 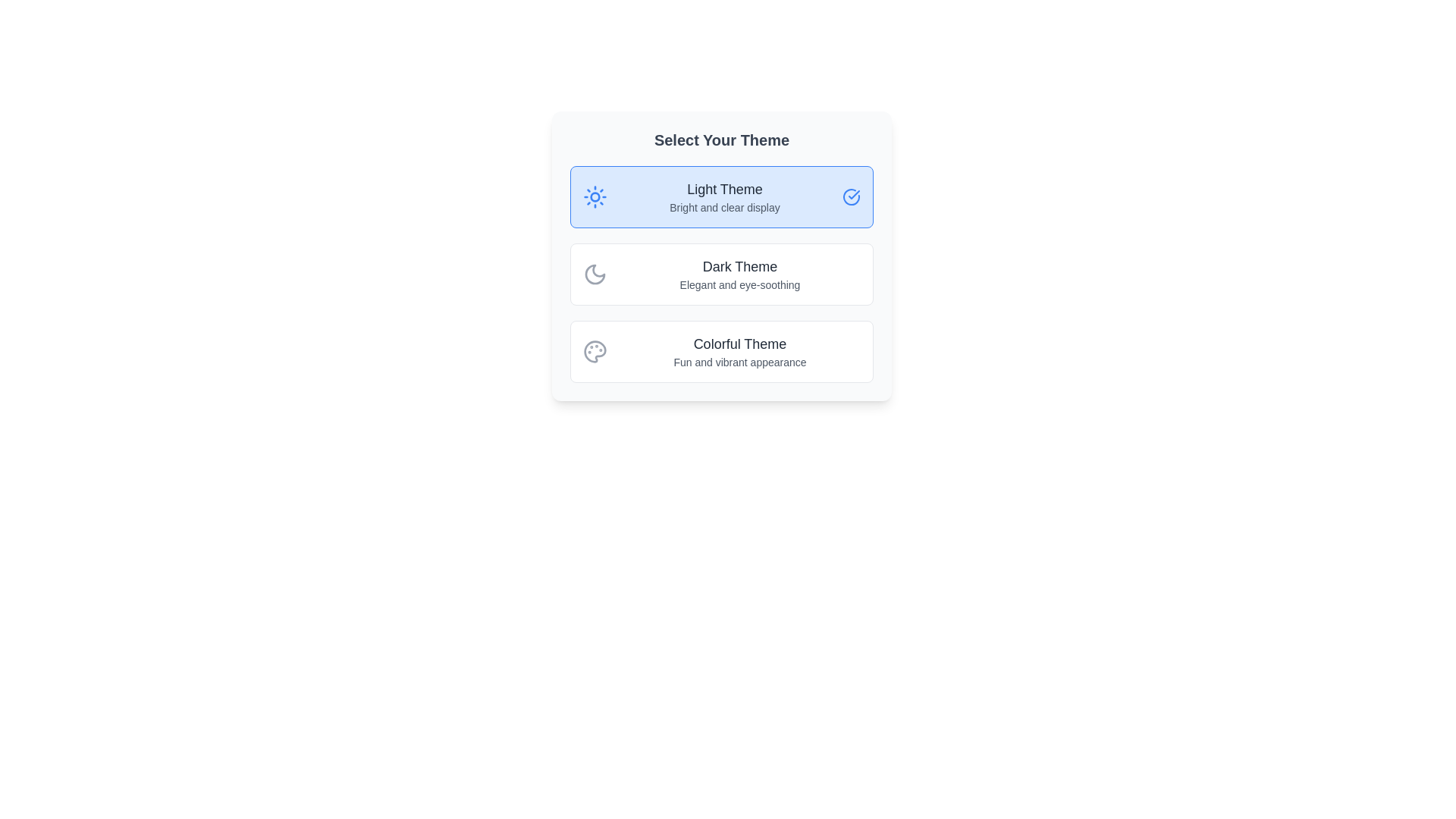 I want to click on textual content of the theme option titled 'Light Theme' with the description 'Bright and clear display', which is the first option in the list of theme options, so click(x=723, y=196).